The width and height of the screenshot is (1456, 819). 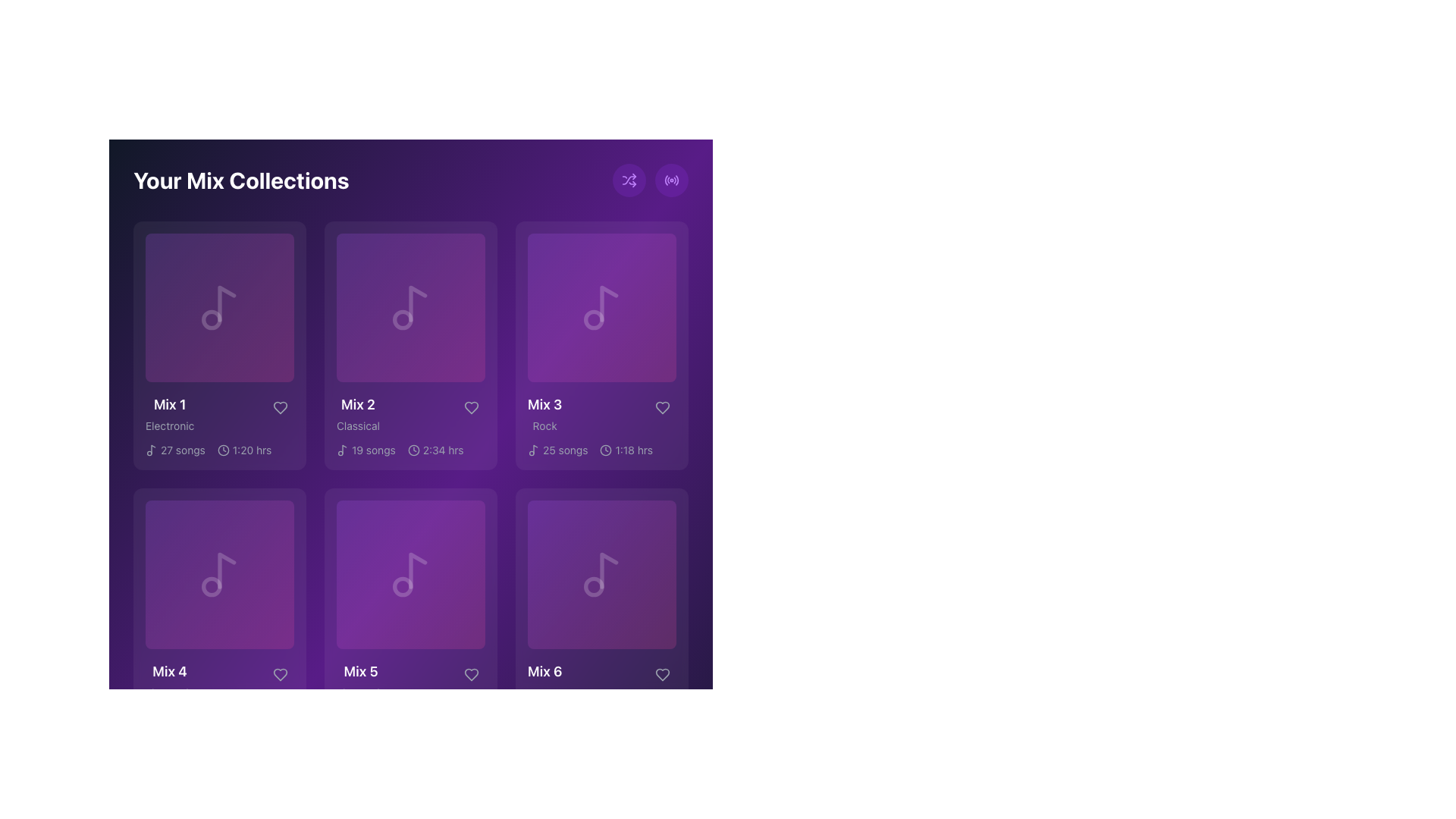 What do you see at coordinates (544, 680) in the screenshot?
I see `the music mix label titled 'Mix 6' with genre 'Jazz' located` at bounding box center [544, 680].